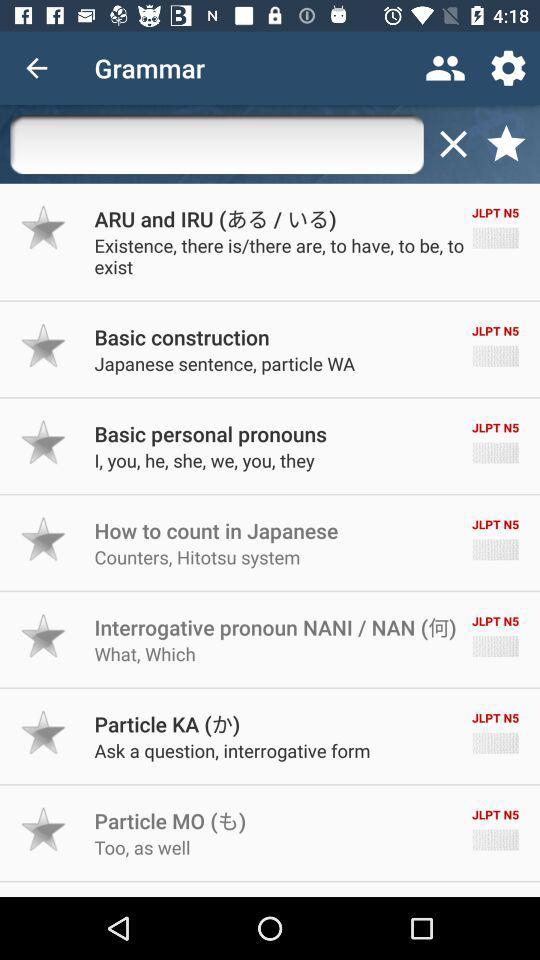 The height and width of the screenshot is (960, 540). Describe the element at coordinates (216, 143) in the screenshot. I see `search criteria` at that location.